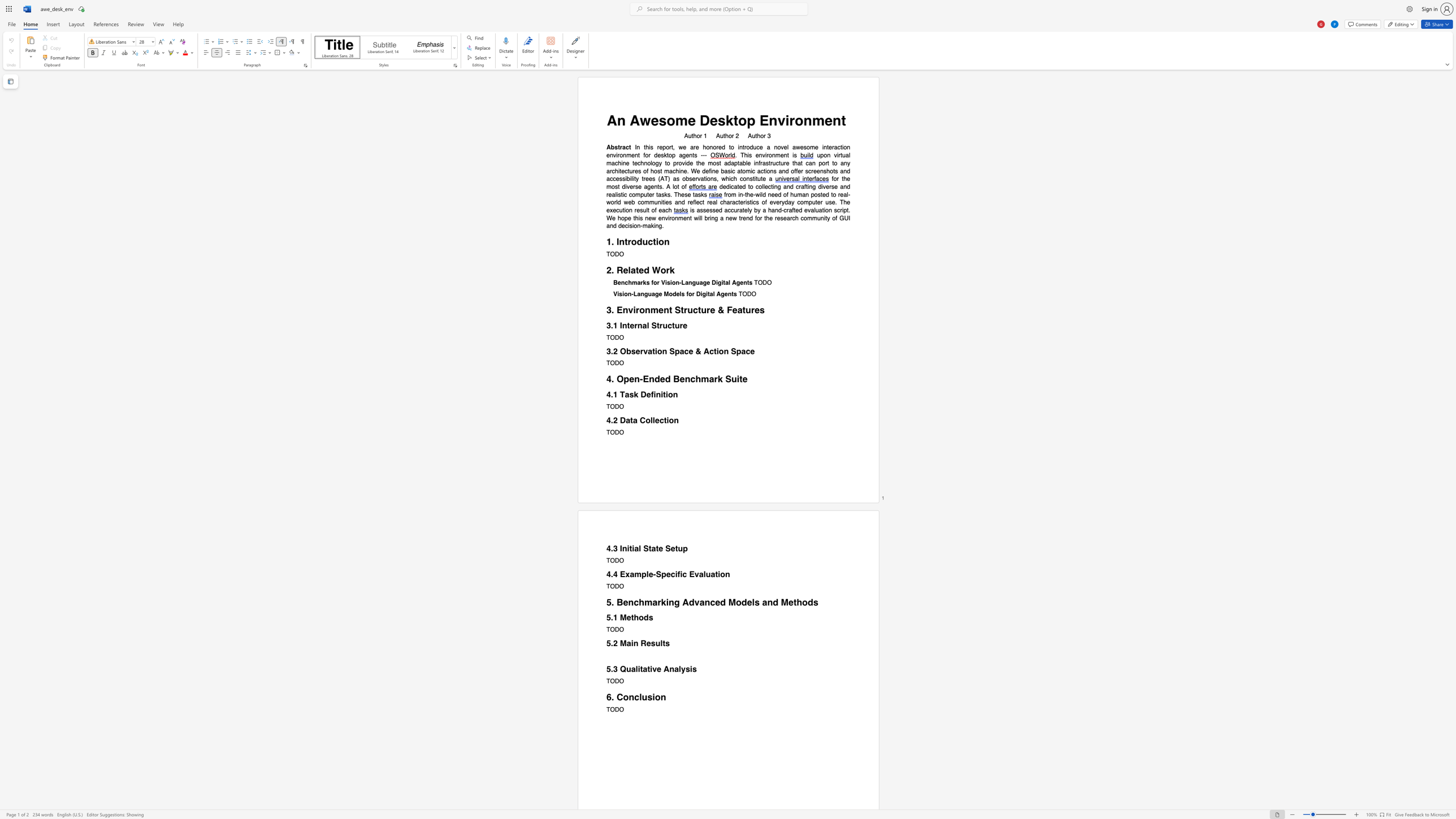  Describe the element at coordinates (671, 548) in the screenshot. I see `the subset text "etup" within the text "4.3 Initial State Setup"` at that location.